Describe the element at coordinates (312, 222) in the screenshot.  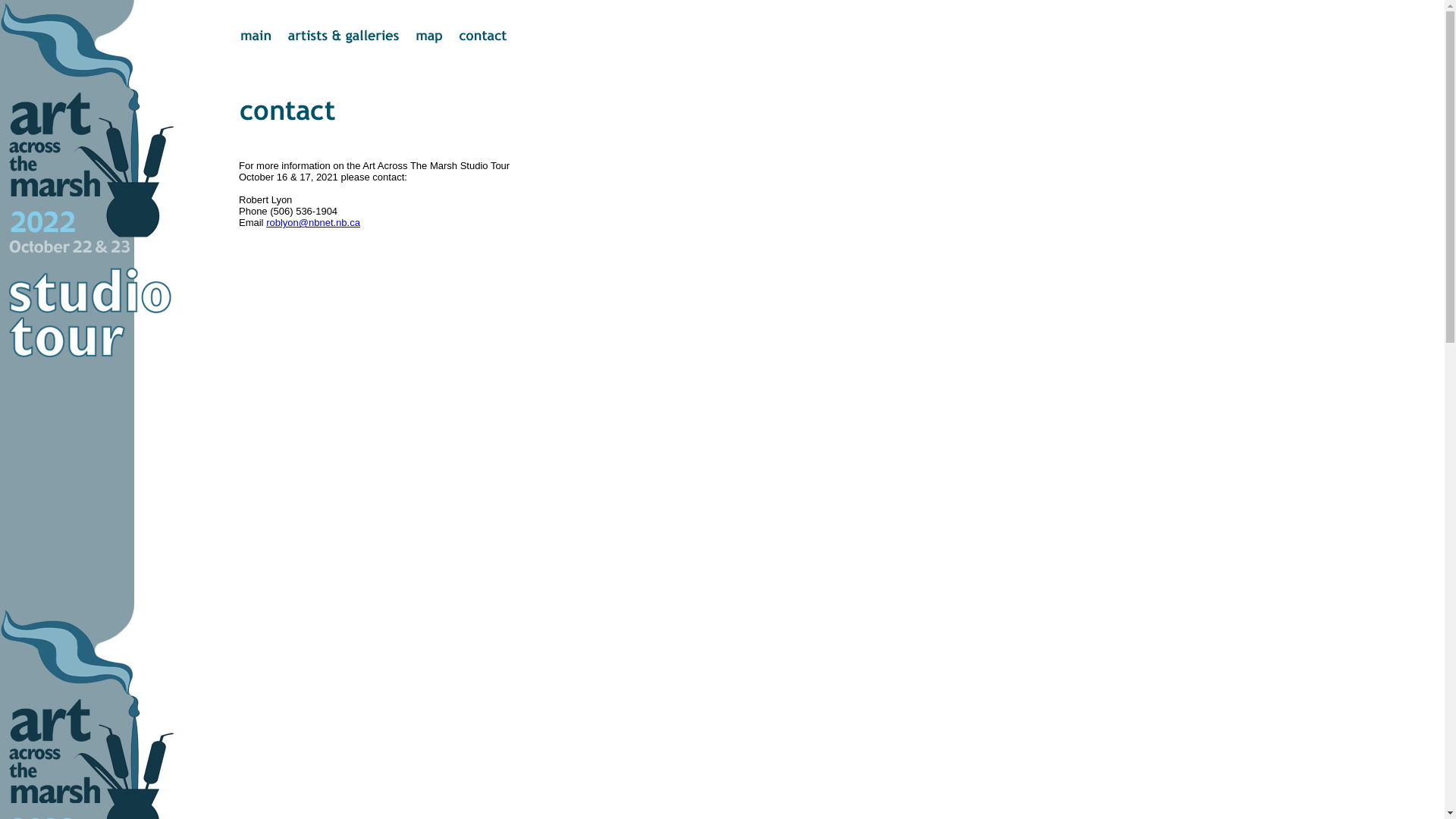
I see `'roblyon@nbnet.nb.ca'` at that location.